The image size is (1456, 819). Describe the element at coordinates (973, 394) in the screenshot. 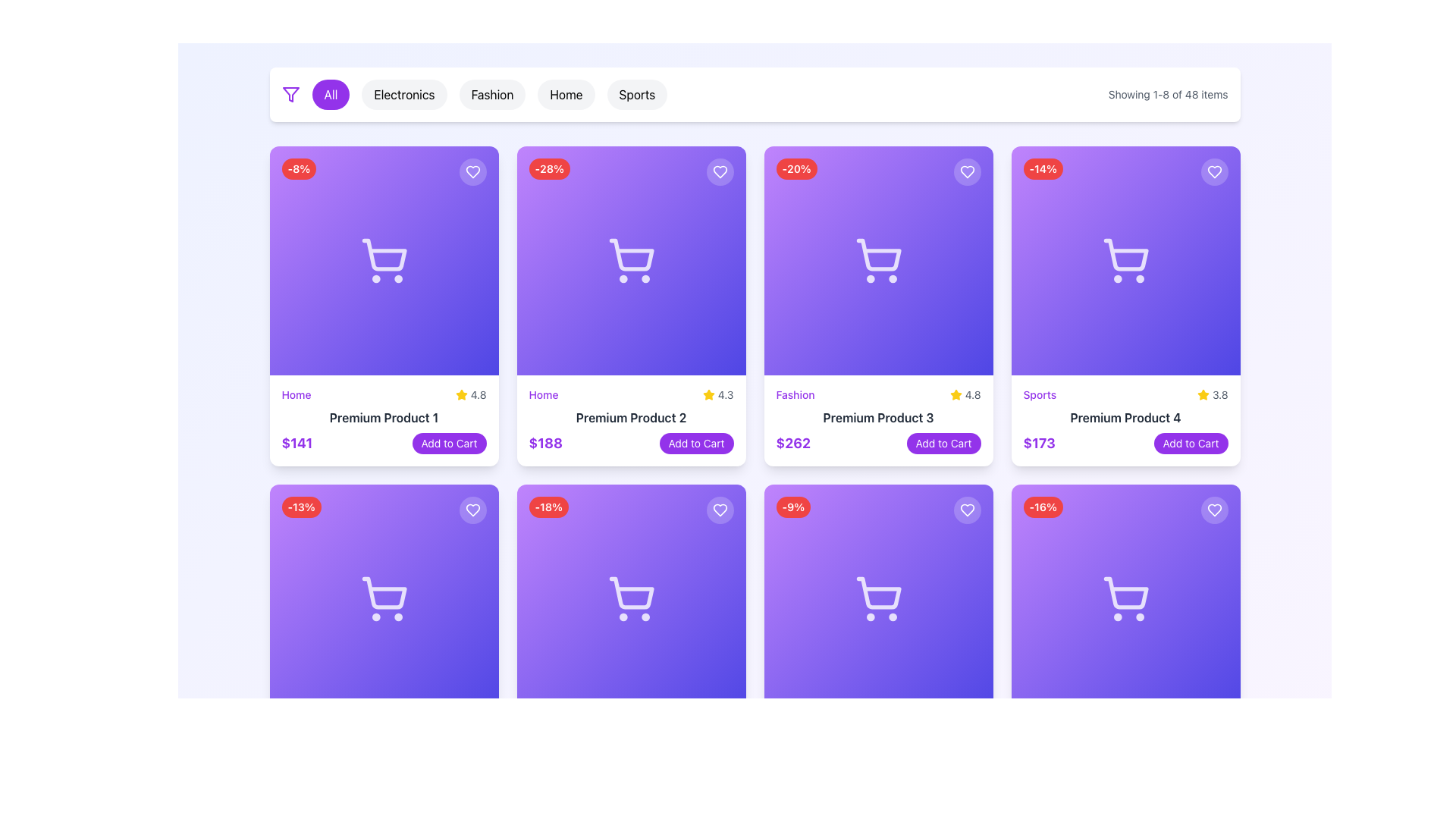

I see `the rating value displayed in the text label located to the right of the star icon within the card titled 'Premium Product 3'` at that location.